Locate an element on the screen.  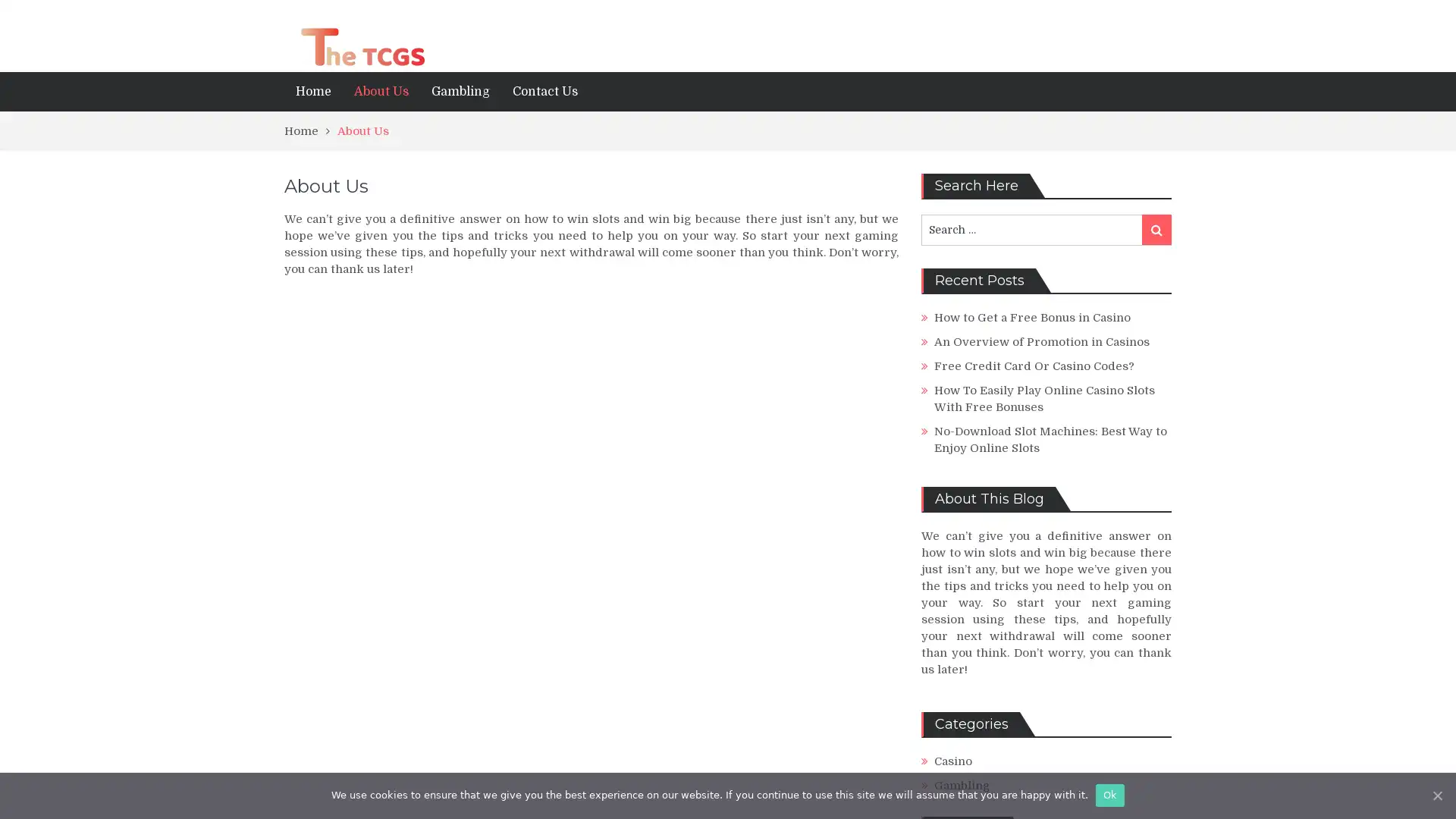
Search is located at coordinates (1156, 230).